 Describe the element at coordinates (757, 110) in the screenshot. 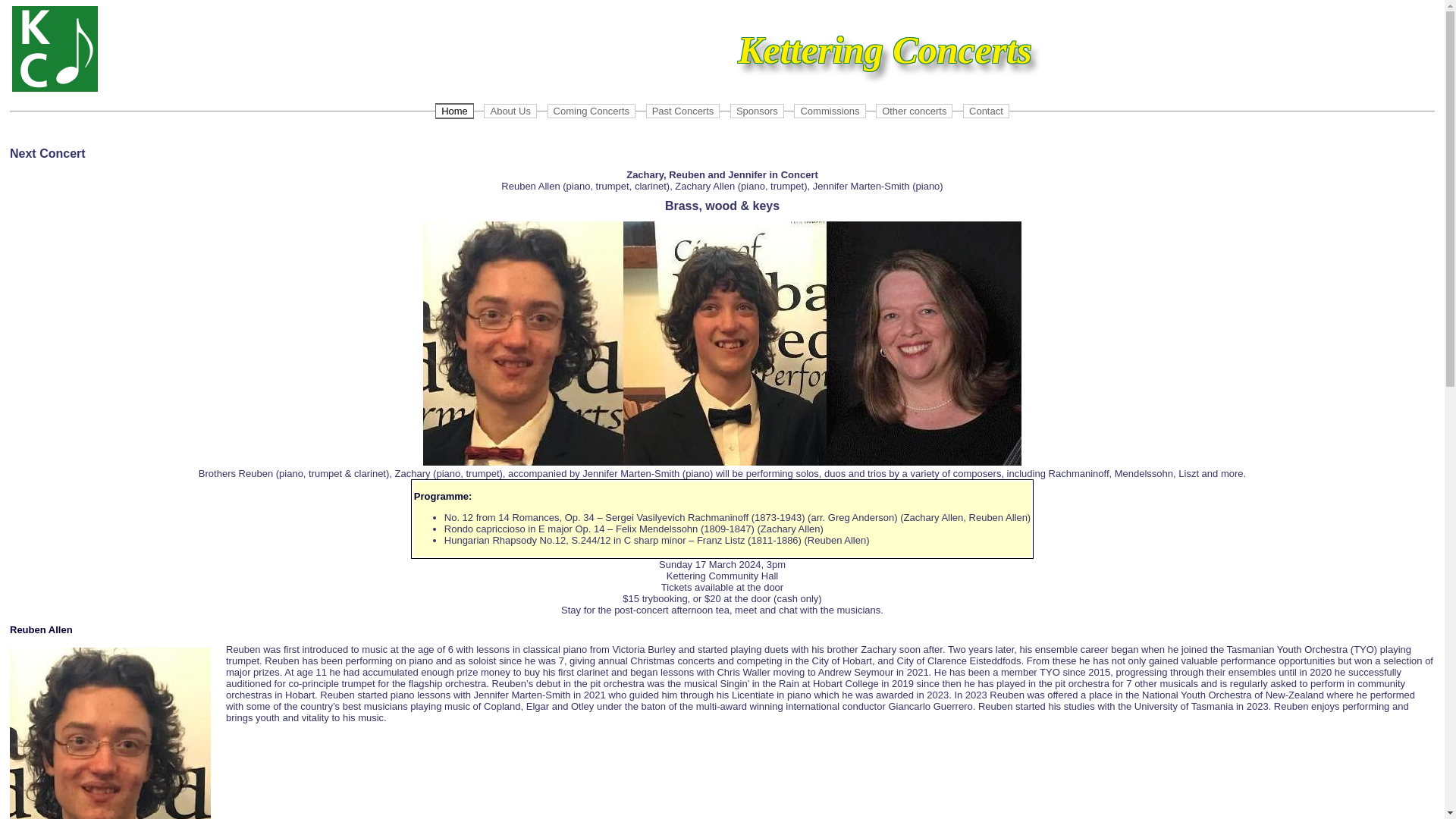

I see `'Sponsors'` at that location.